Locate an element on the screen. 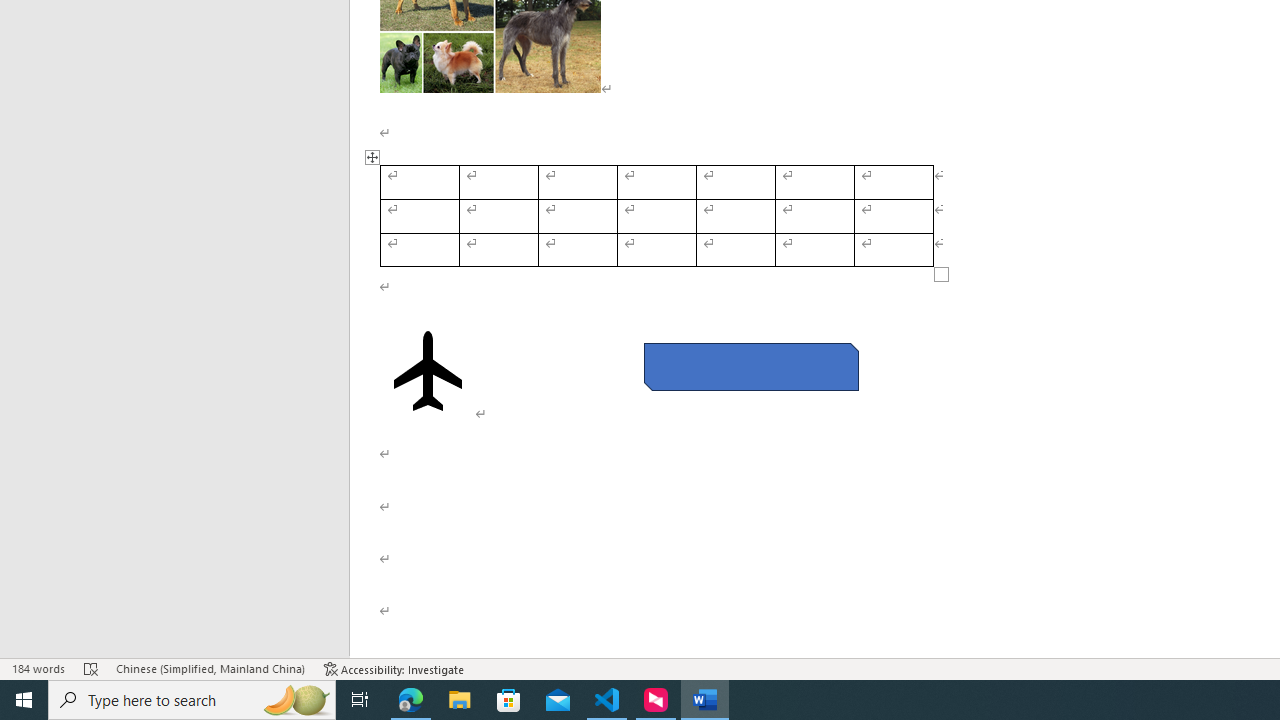 Image resolution: width=1280 pixels, height=720 pixels. 'Task View' is located at coordinates (359, 698).